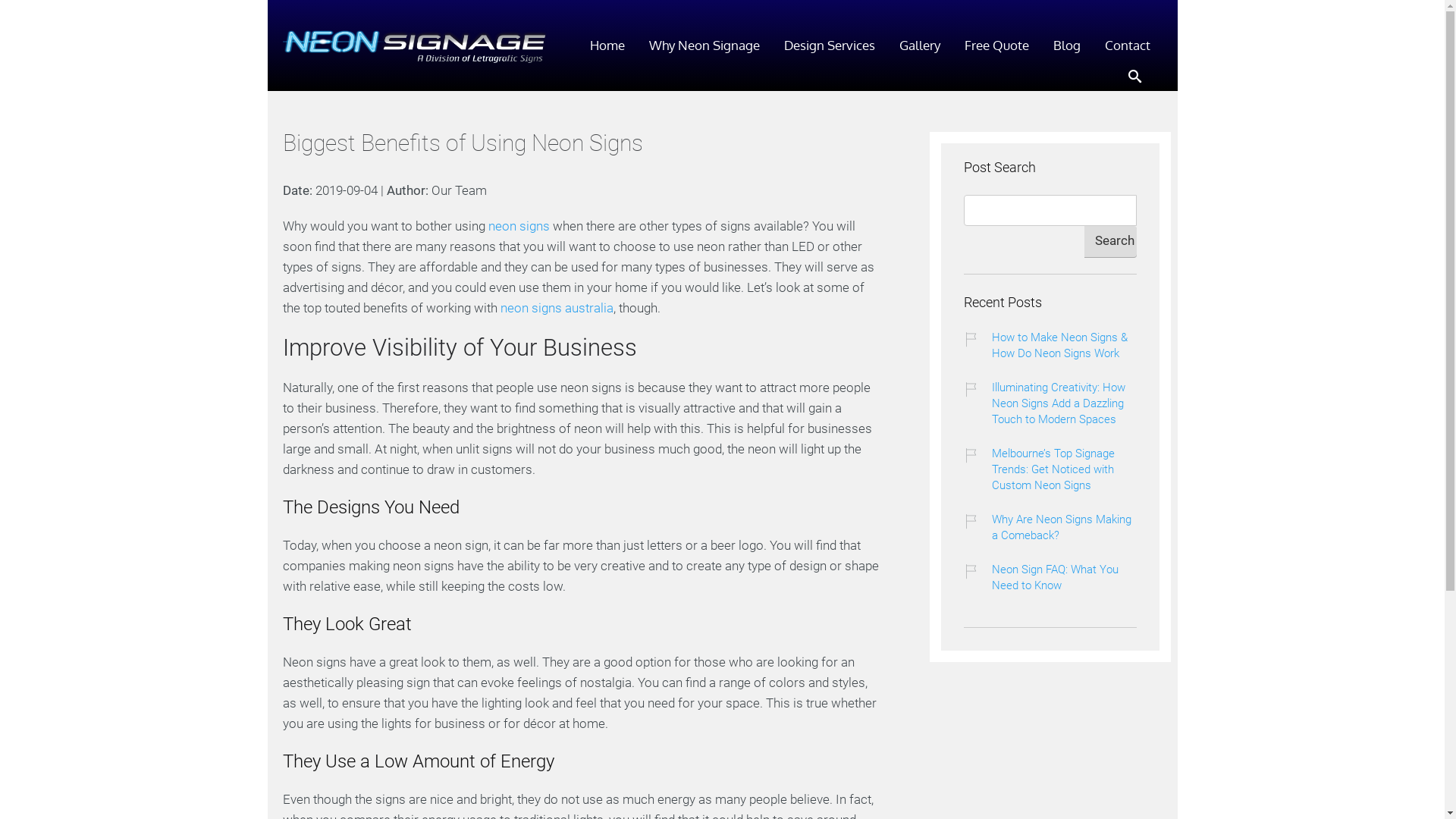 The height and width of the screenshot is (819, 1456). What do you see at coordinates (519, 225) in the screenshot?
I see `'neon signs'` at bounding box center [519, 225].